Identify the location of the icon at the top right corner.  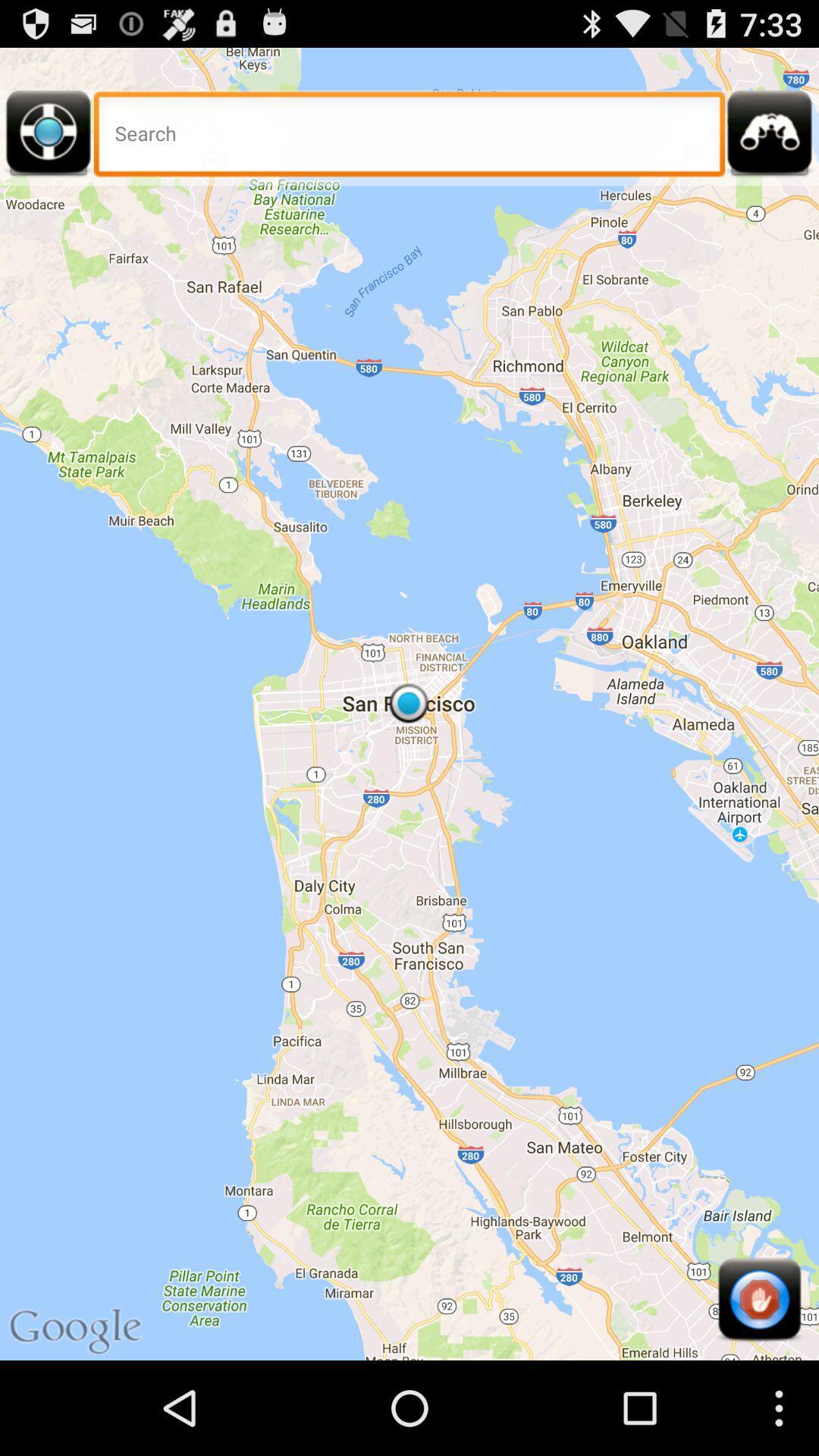
(770, 138).